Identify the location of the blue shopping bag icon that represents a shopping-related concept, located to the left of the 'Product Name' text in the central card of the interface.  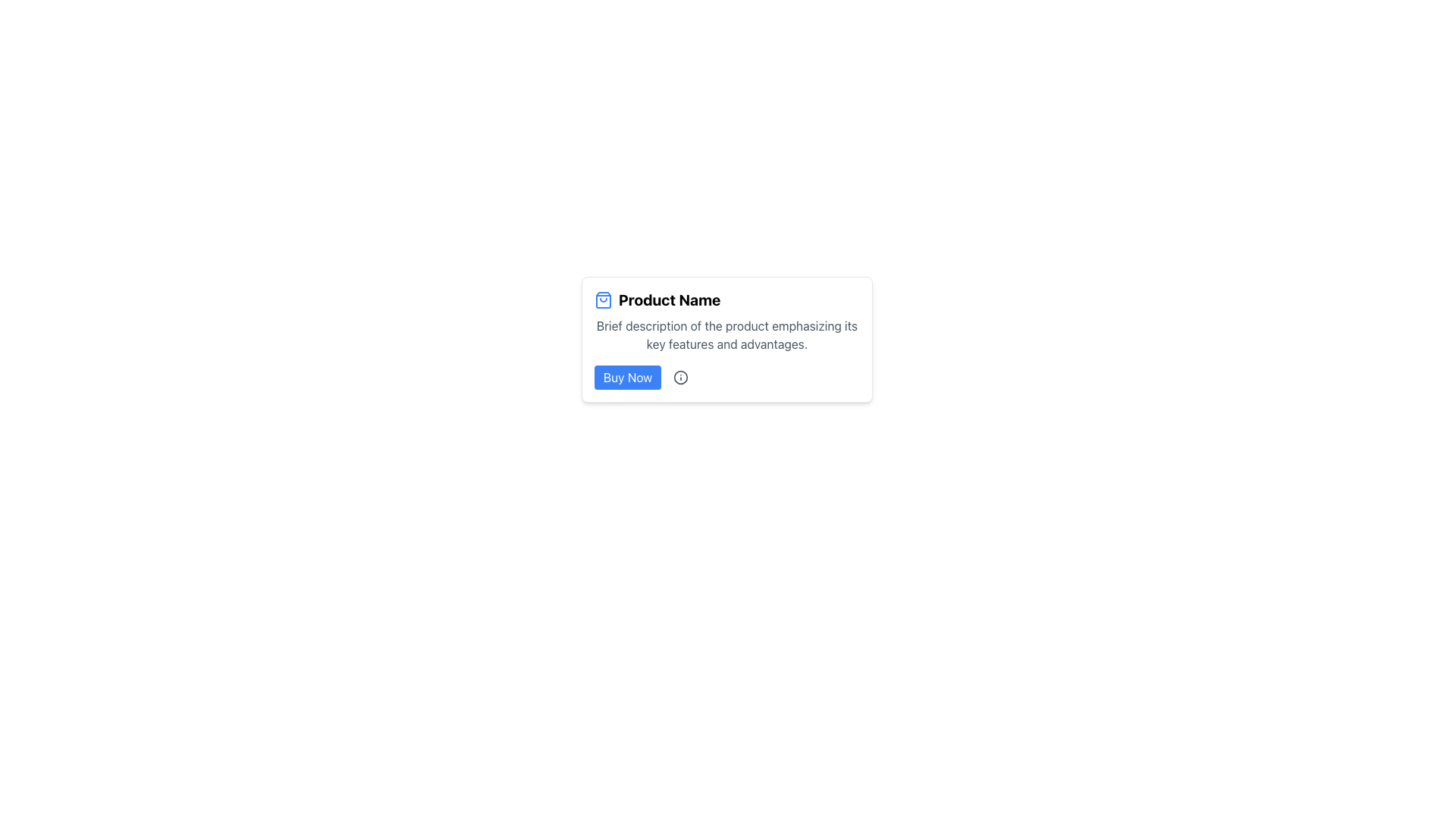
(603, 300).